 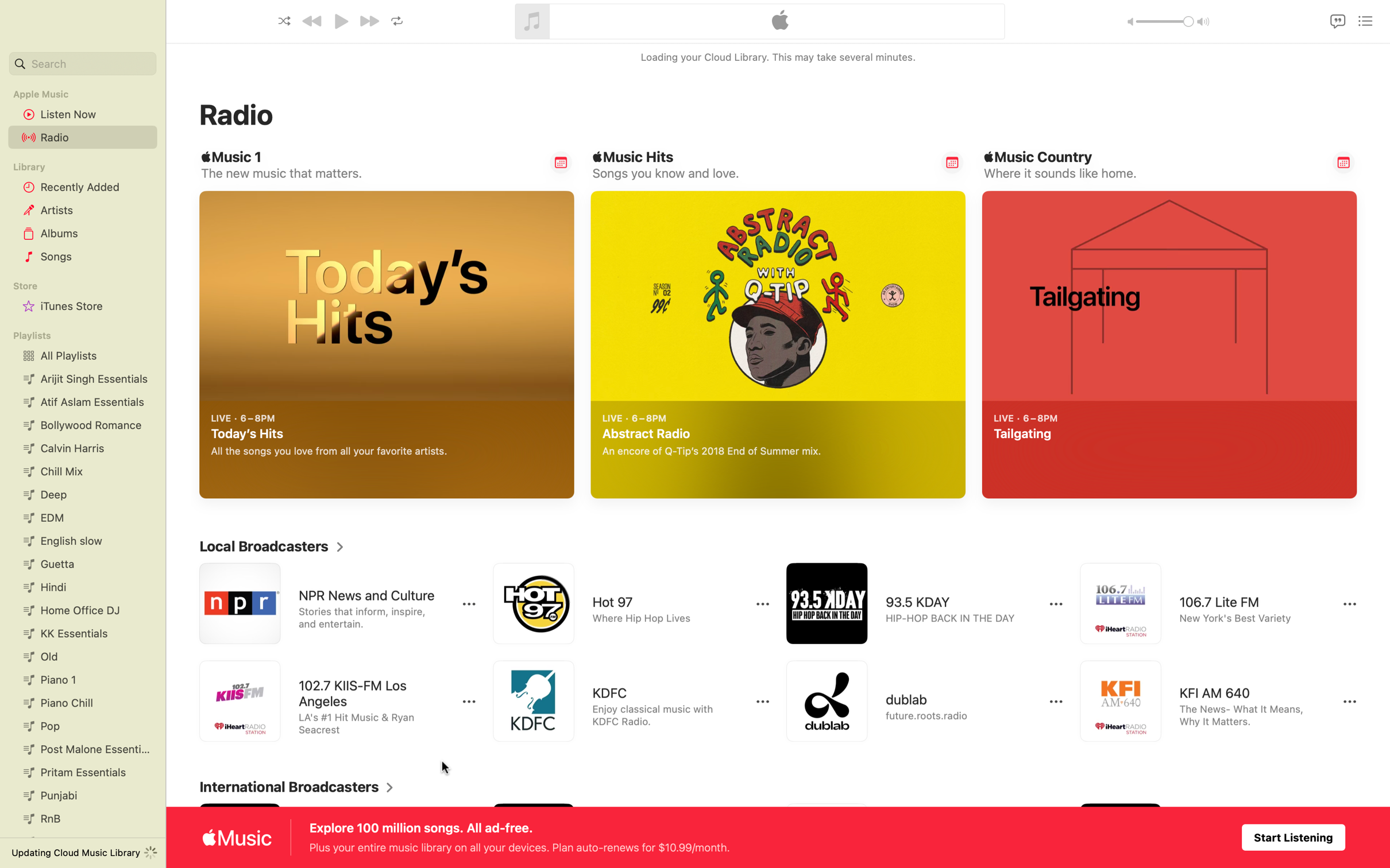 I want to click on Click to view more options for KDFC radio, so click(x=763, y=702).